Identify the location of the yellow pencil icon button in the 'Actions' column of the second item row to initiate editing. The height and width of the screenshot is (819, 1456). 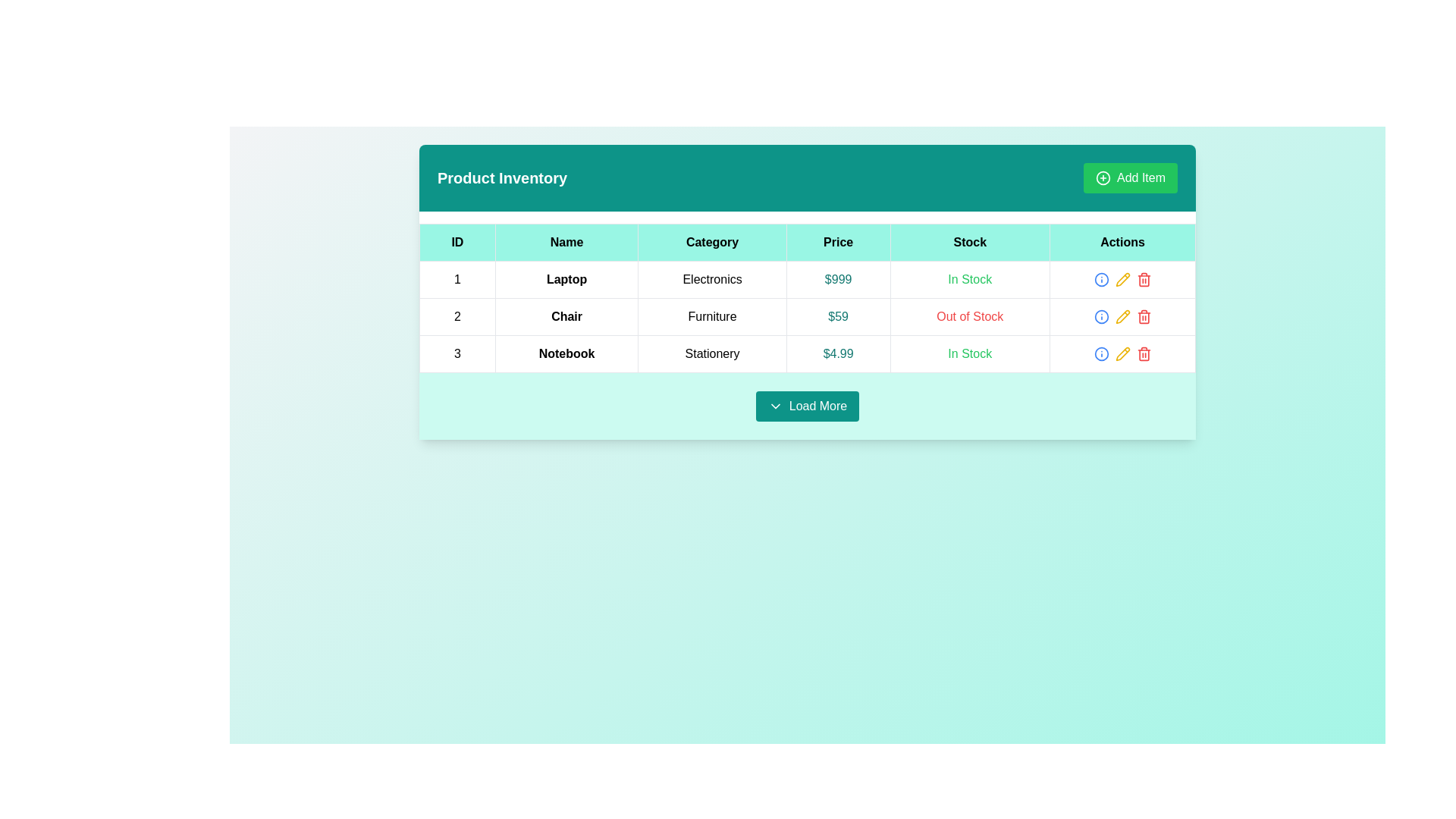
(1122, 315).